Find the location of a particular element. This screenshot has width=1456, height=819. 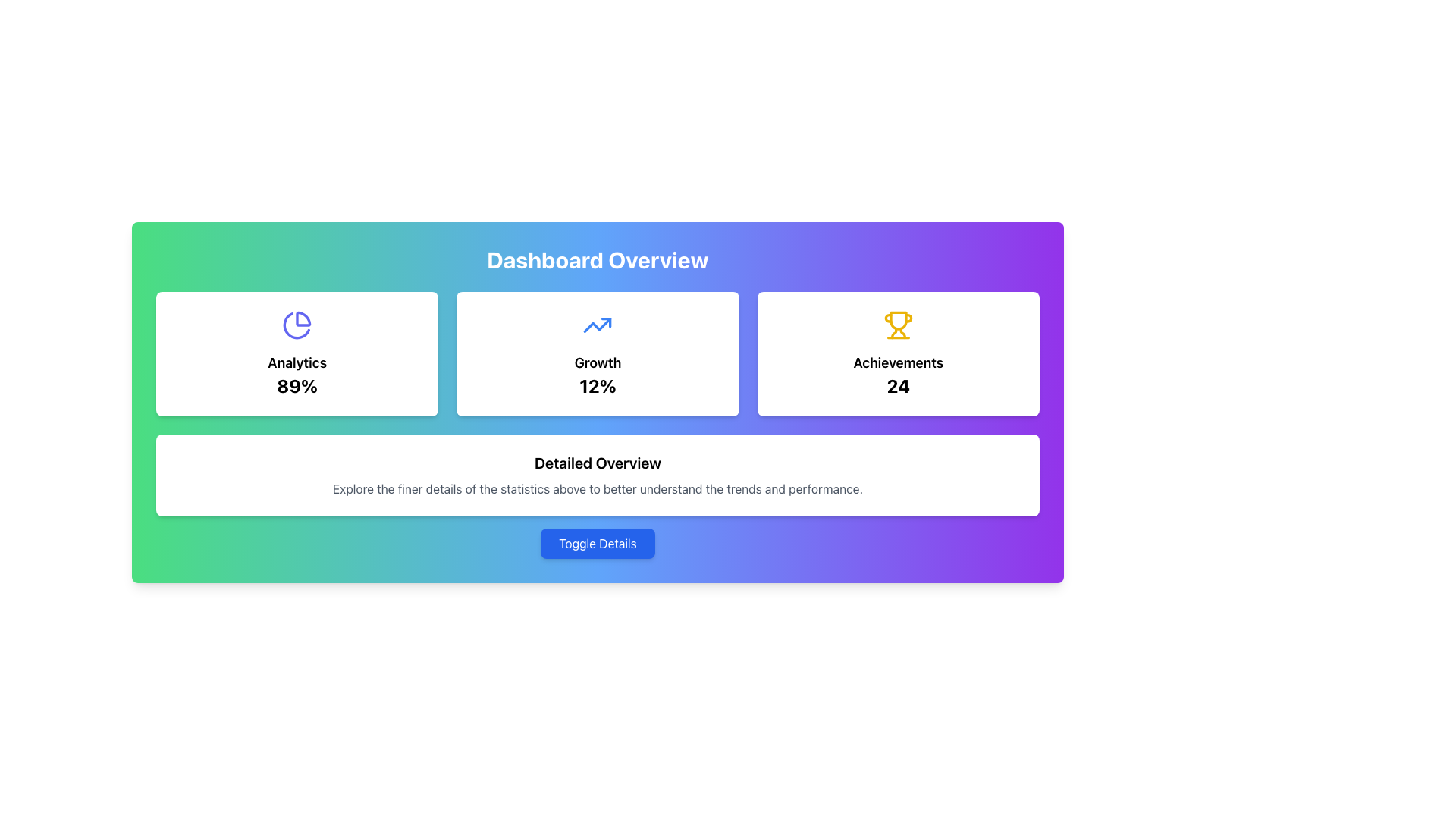

the blue circular pie chart icon located at the top center of the first card, directly above the text 'Analytics' and '89%' is located at coordinates (297, 324).